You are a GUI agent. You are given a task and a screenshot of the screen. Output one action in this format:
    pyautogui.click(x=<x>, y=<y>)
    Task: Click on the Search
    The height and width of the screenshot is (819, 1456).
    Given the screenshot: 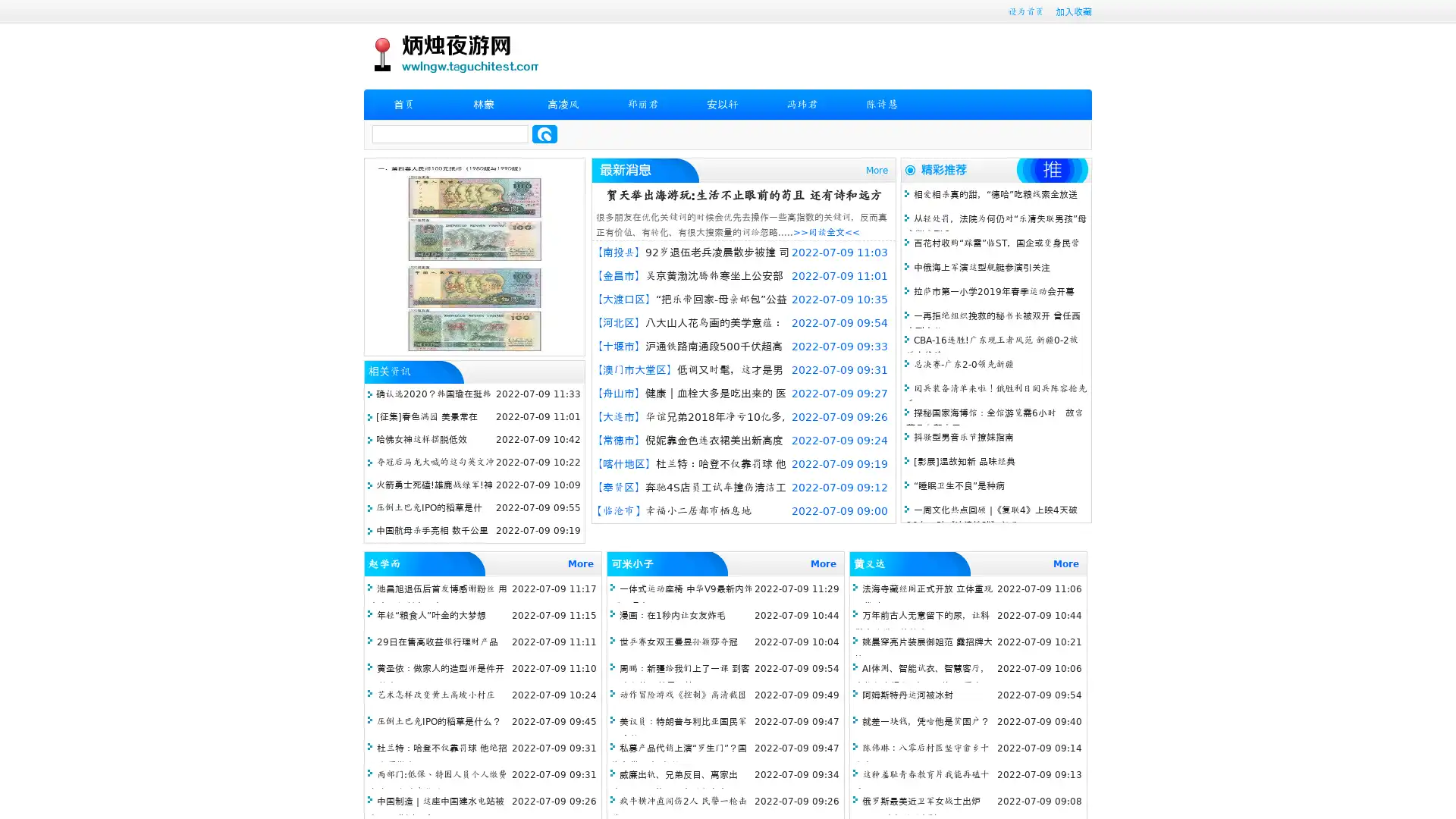 What is the action you would take?
    pyautogui.click(x=544, y=133)
    